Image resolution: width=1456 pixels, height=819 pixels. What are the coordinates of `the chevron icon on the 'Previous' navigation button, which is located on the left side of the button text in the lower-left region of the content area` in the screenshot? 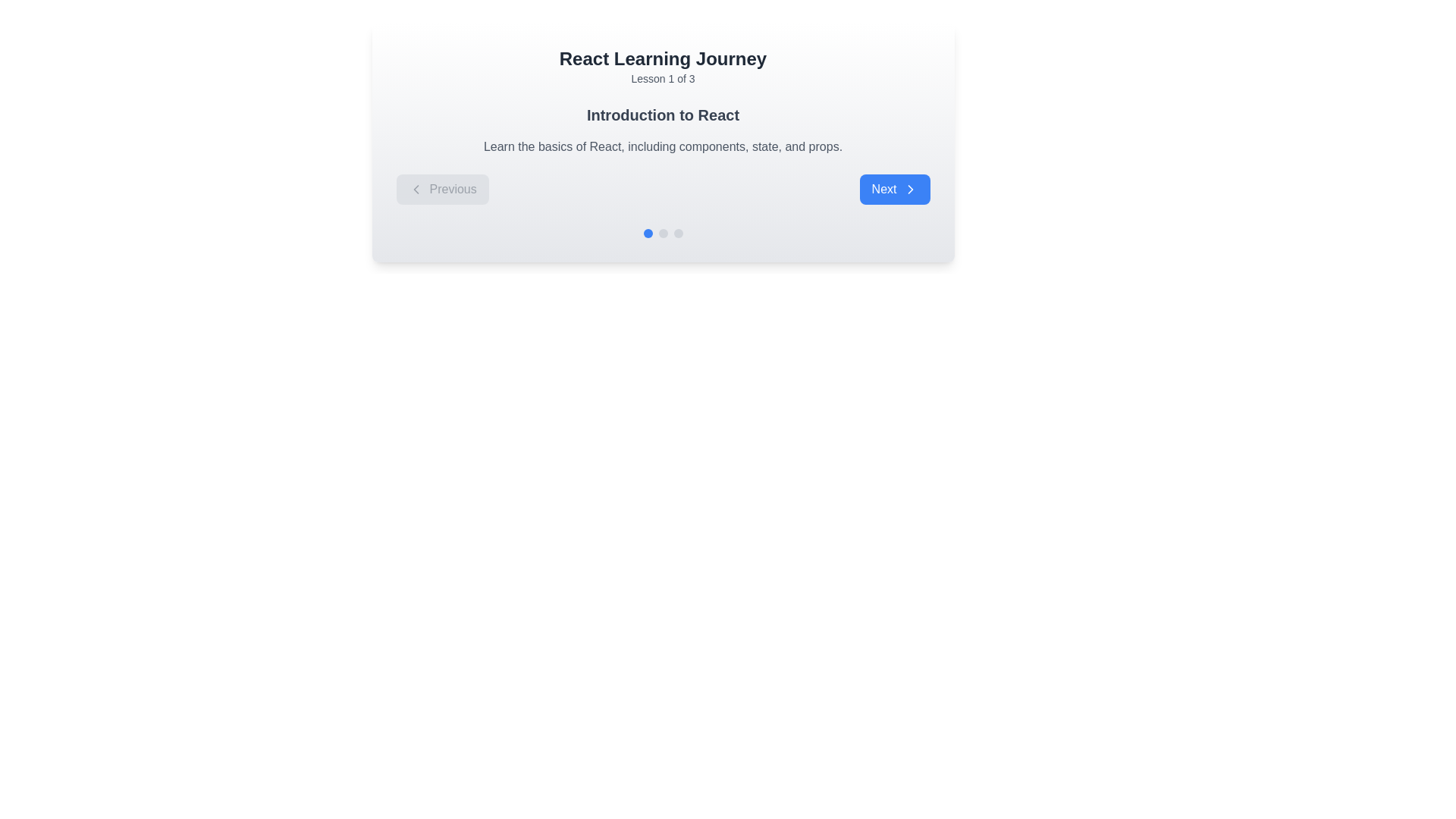 It's located at (416, 189).